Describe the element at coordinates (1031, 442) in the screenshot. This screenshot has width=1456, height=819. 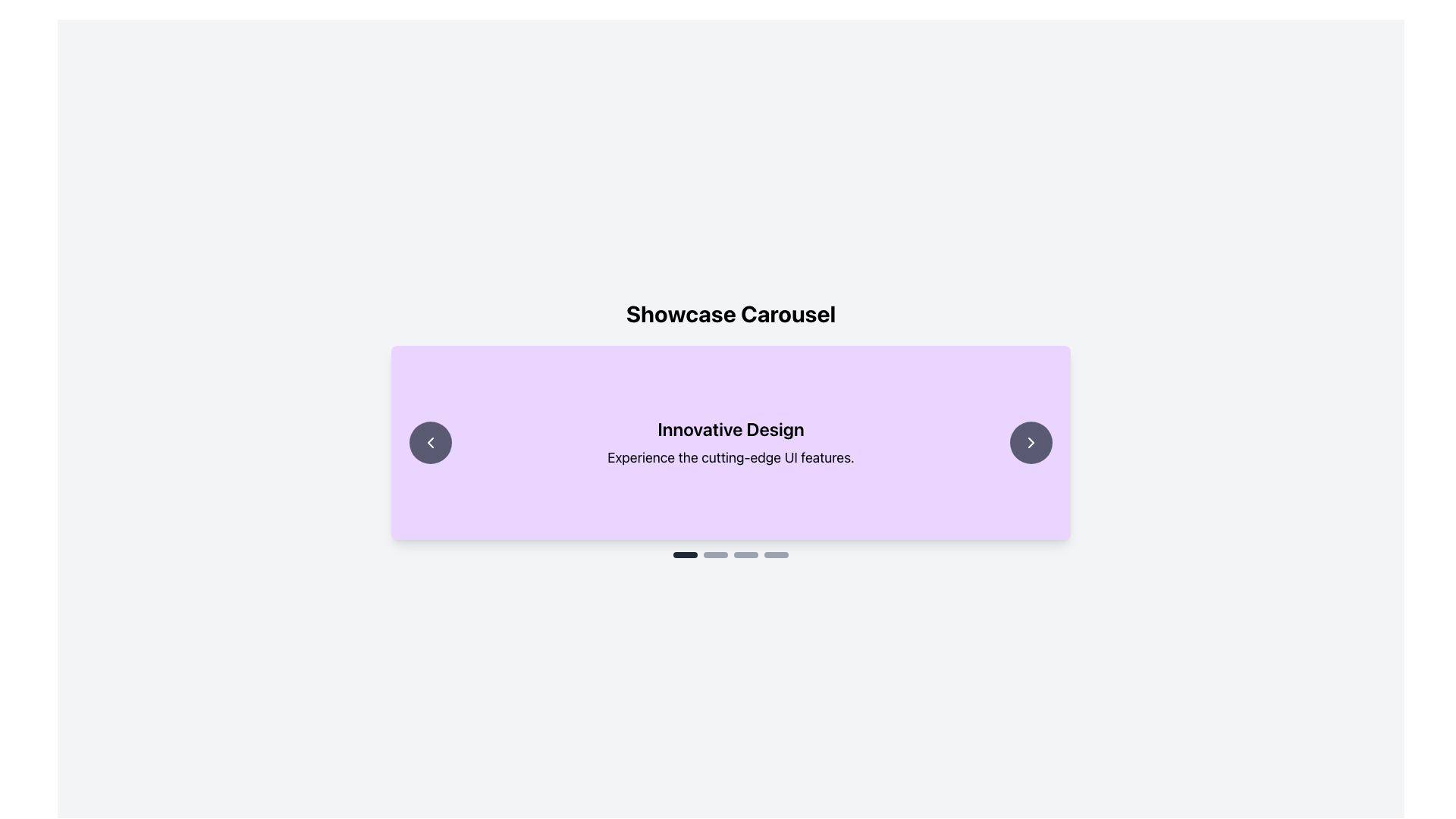
I see `the right circular button of the carousel interface` at that location.